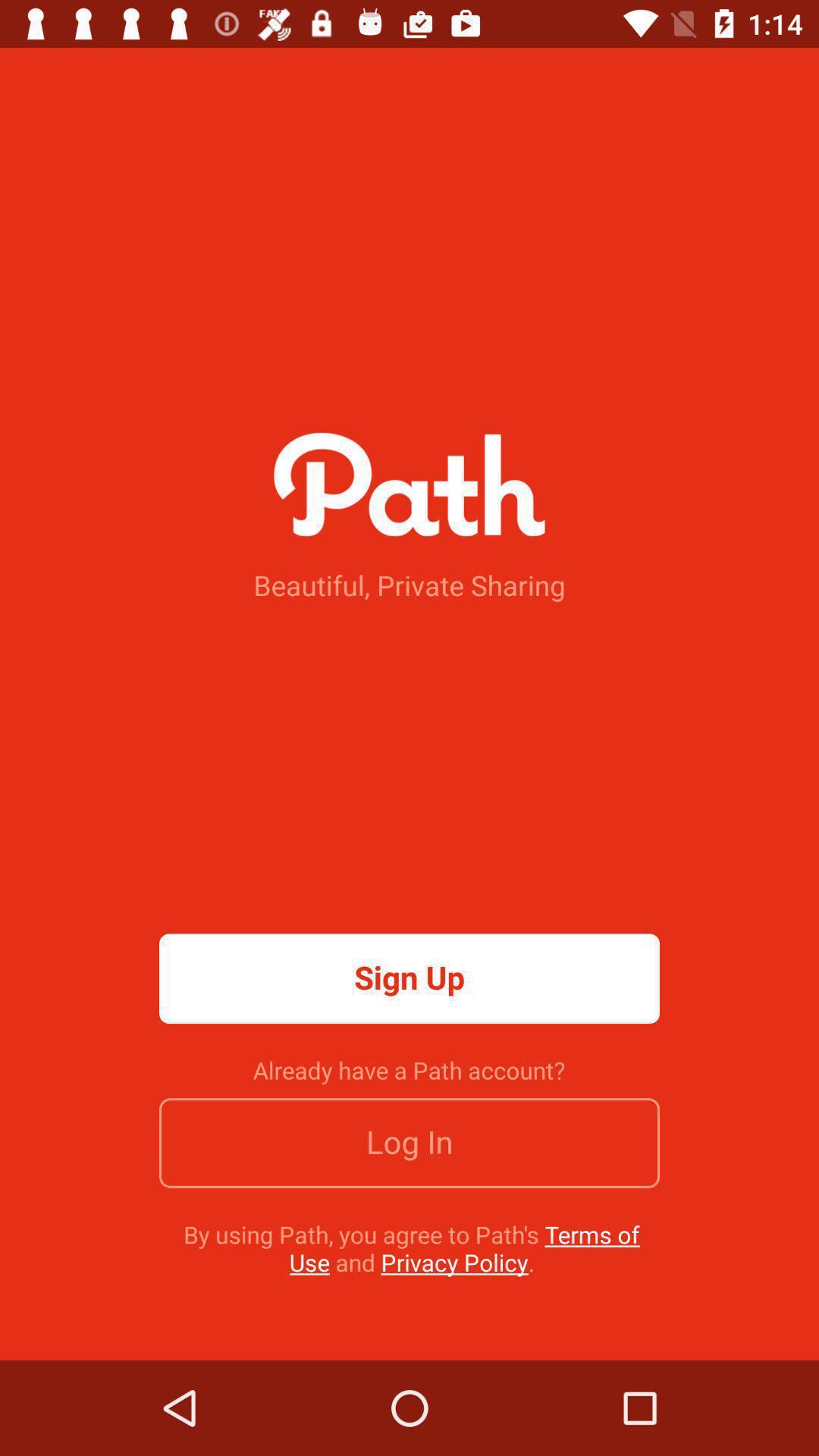 The width and height of the screenshot is (819, 1456). What do you see at coordinates (409, 1143) in the screenshot?
I see `the log in item` at bounding box center [409, 1143].